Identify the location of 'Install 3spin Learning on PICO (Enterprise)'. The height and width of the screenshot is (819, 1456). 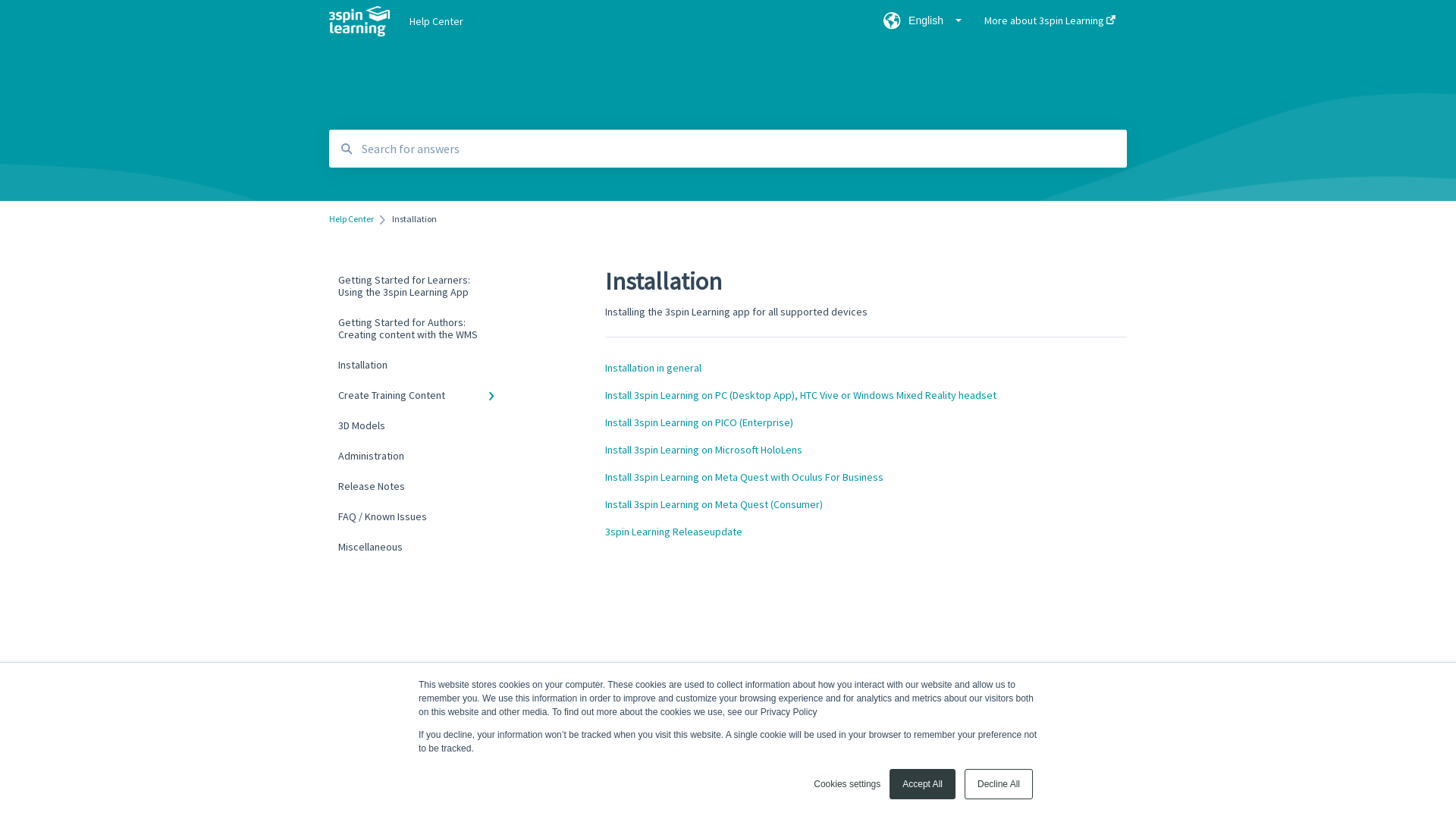
(698, 422).